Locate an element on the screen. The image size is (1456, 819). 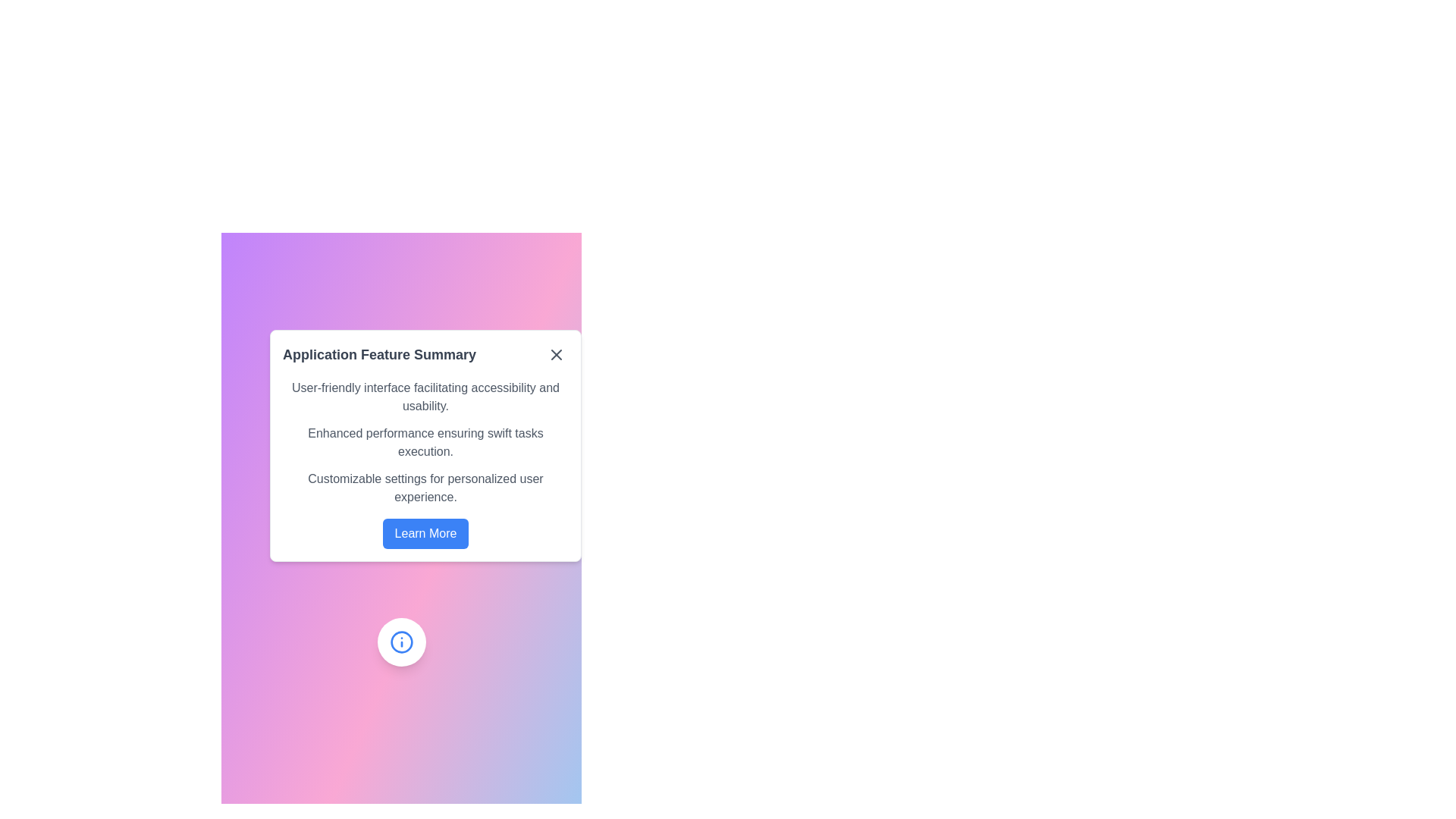
the multi-line text block styled with light gray font color, located in the middle section of a white card, which is directly below the title 'Application Feature Summary' is located at coordinates (425, 442).